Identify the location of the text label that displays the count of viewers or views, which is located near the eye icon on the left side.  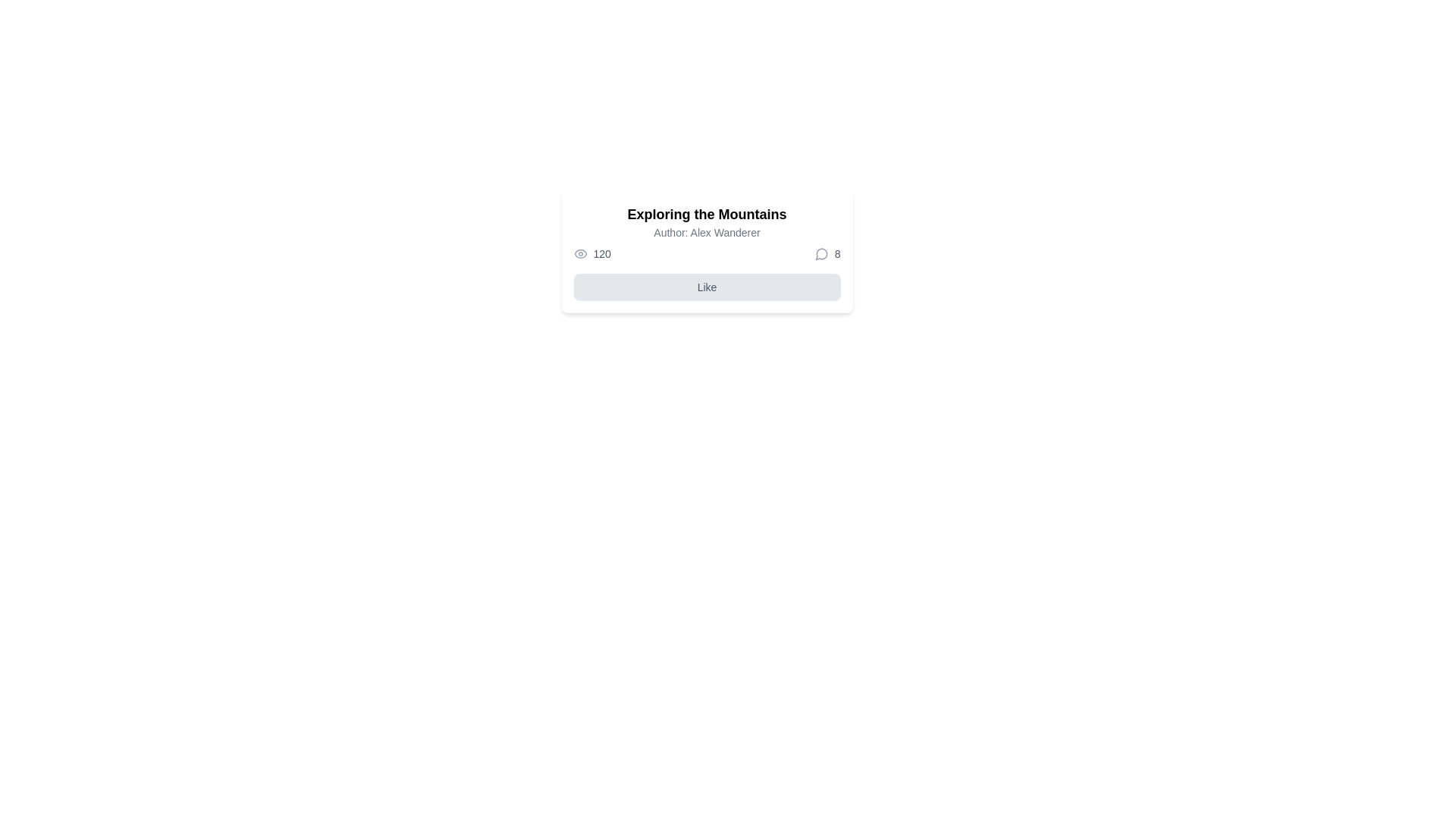
(601, 253).